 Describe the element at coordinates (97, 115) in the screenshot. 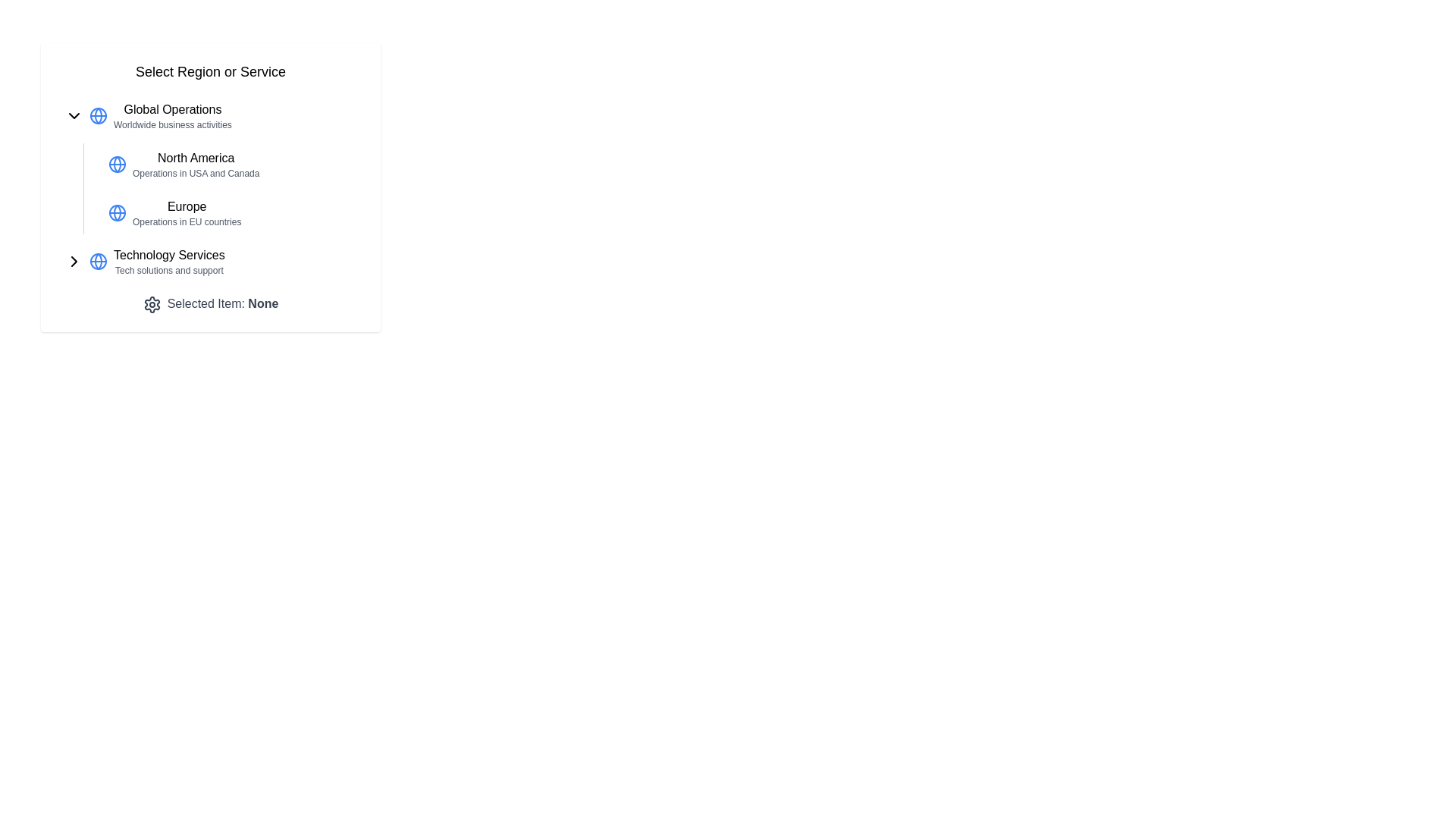

I see `the 'Global Operations' icon which symbolizes the global context, positioned at the leftmost side of the associated text` at that location.